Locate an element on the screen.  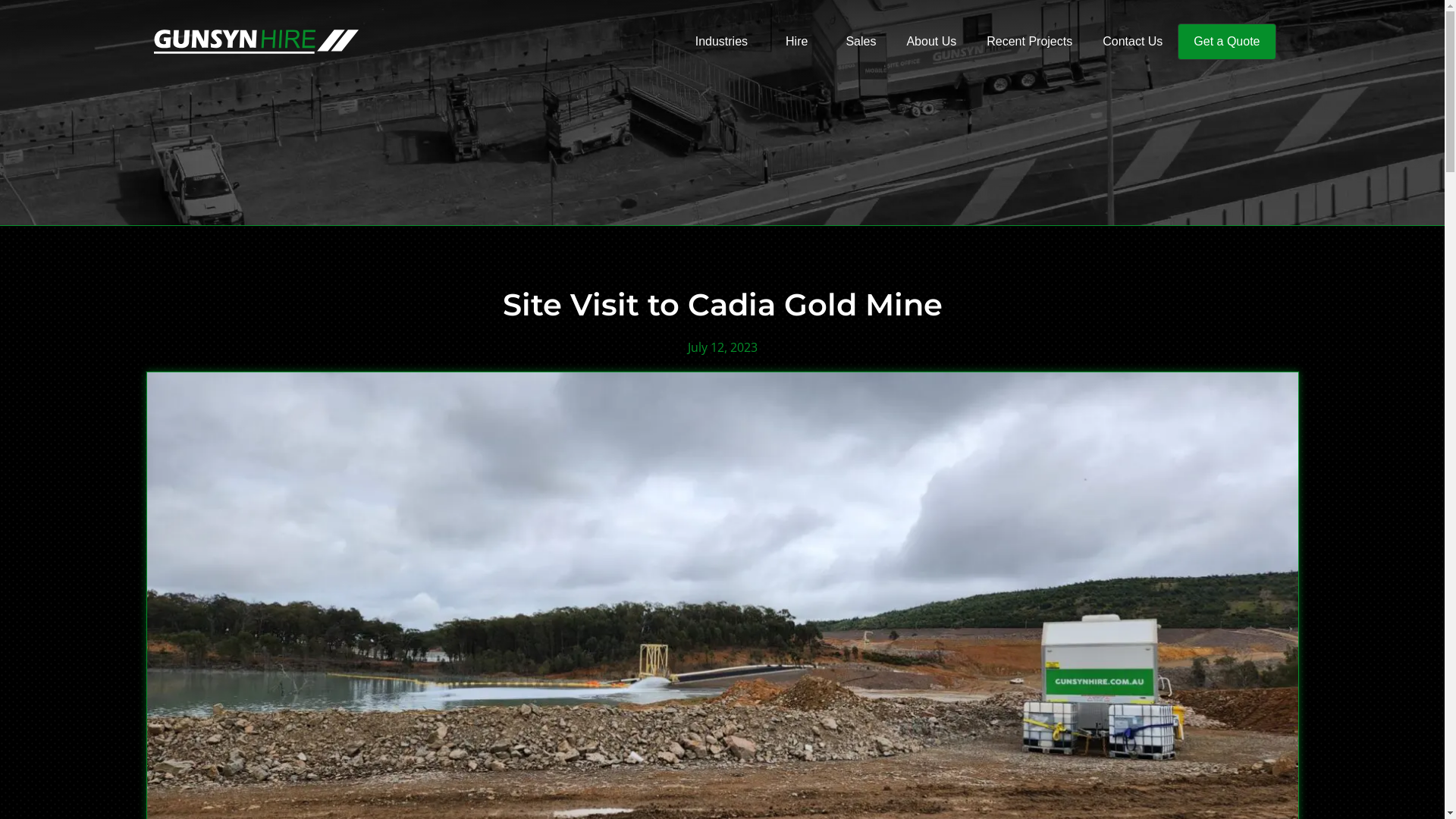
'Contact Us' is located at coordinates (1132, 40).